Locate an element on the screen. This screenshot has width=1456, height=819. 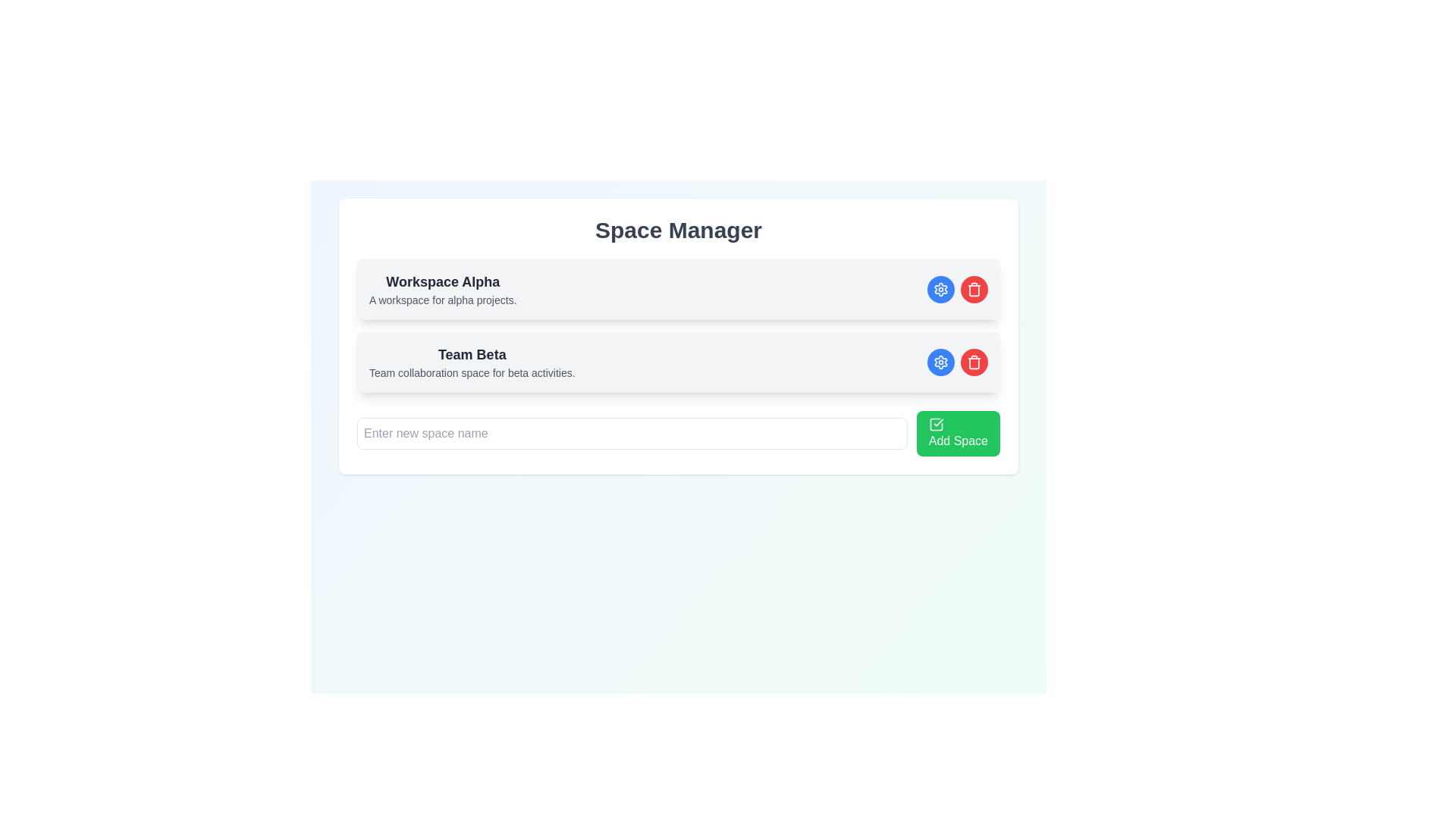
the text label 'Workspace Alpha' that serves as a title for the workspace, located at the top-left corner of the first card under the 'Space Manager' header is located at coordinates (442, 281).